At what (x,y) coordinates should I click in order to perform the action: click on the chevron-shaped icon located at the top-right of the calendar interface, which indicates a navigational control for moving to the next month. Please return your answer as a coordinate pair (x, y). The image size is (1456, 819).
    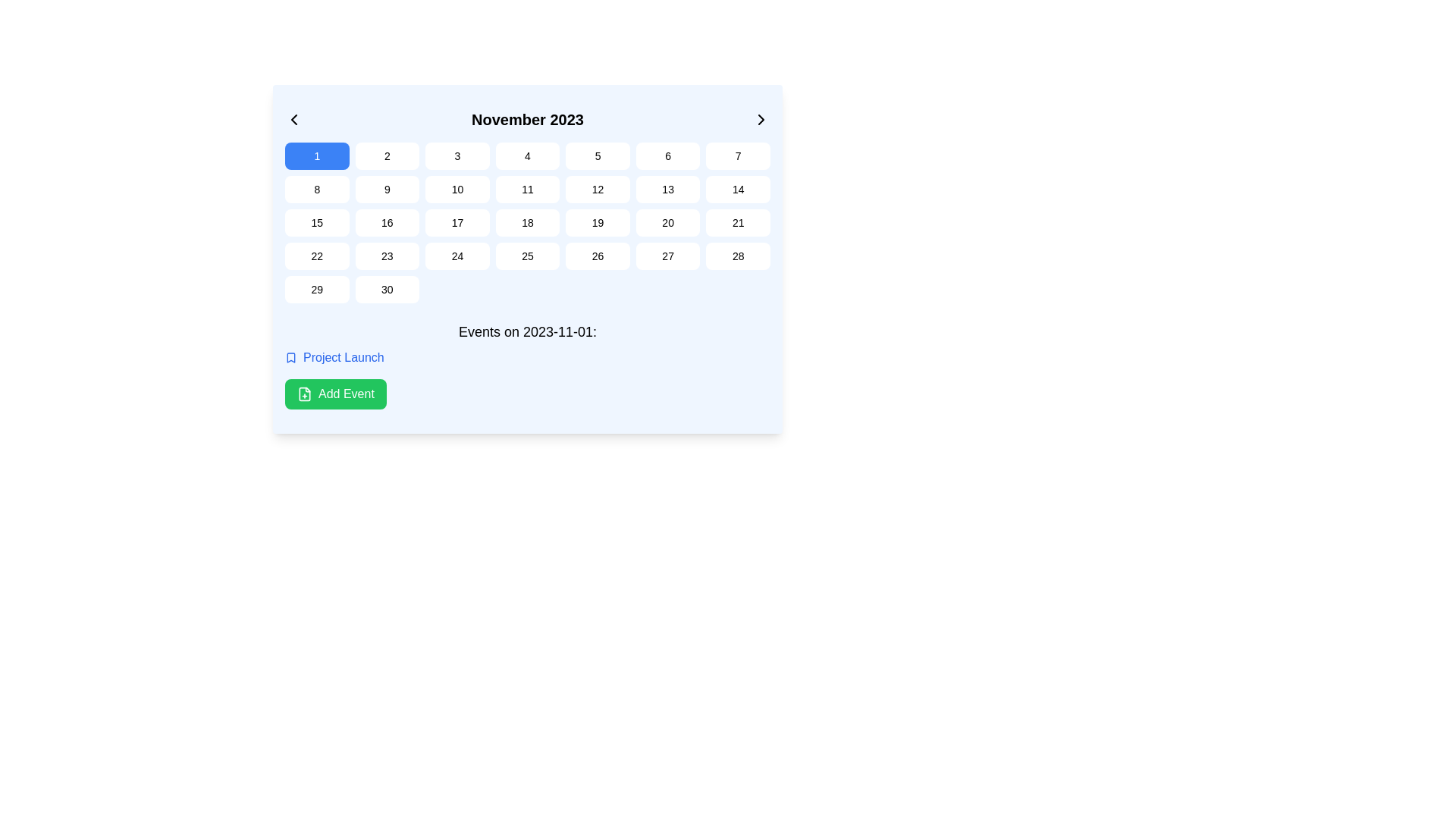
    Looking at the image, I should click on (761, 119).